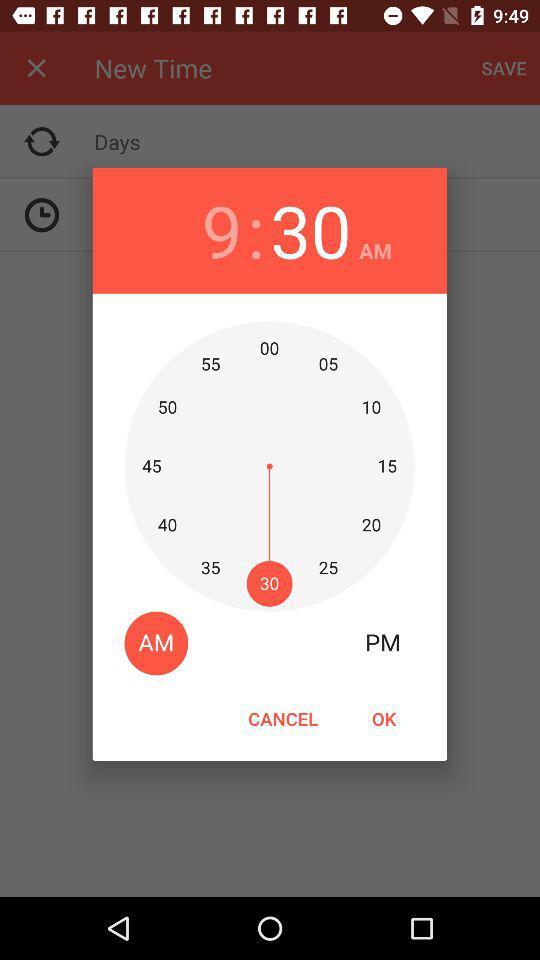  Describe the element at coordinates (383, 718) in the screenshot. I see `icon next to the cancel item` at that location.